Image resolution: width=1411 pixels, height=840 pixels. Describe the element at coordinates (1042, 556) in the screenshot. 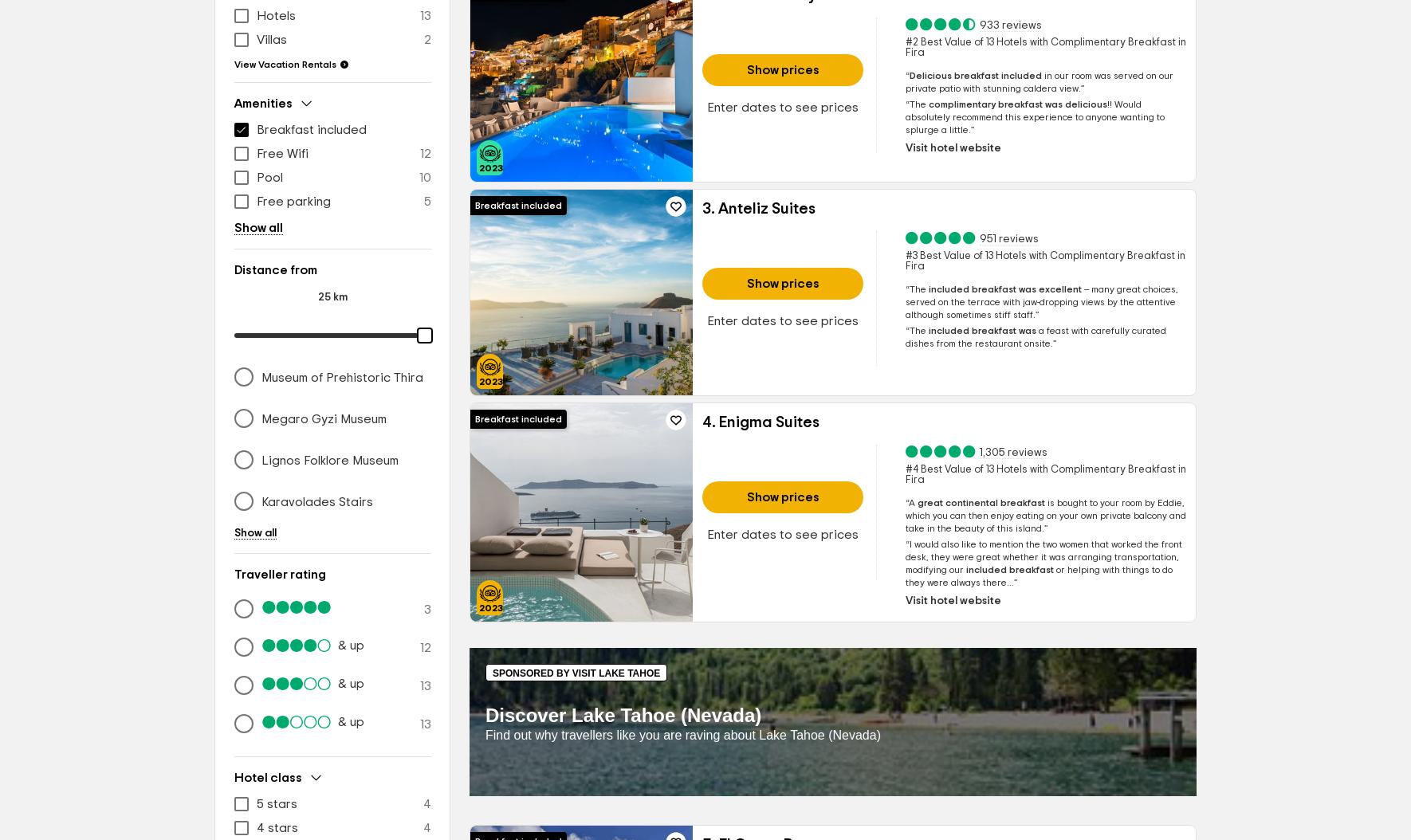

I see `'I would also like to mention the two women that worked the front desk, they were great whether it was arranging transportation, modifying'` at that location.